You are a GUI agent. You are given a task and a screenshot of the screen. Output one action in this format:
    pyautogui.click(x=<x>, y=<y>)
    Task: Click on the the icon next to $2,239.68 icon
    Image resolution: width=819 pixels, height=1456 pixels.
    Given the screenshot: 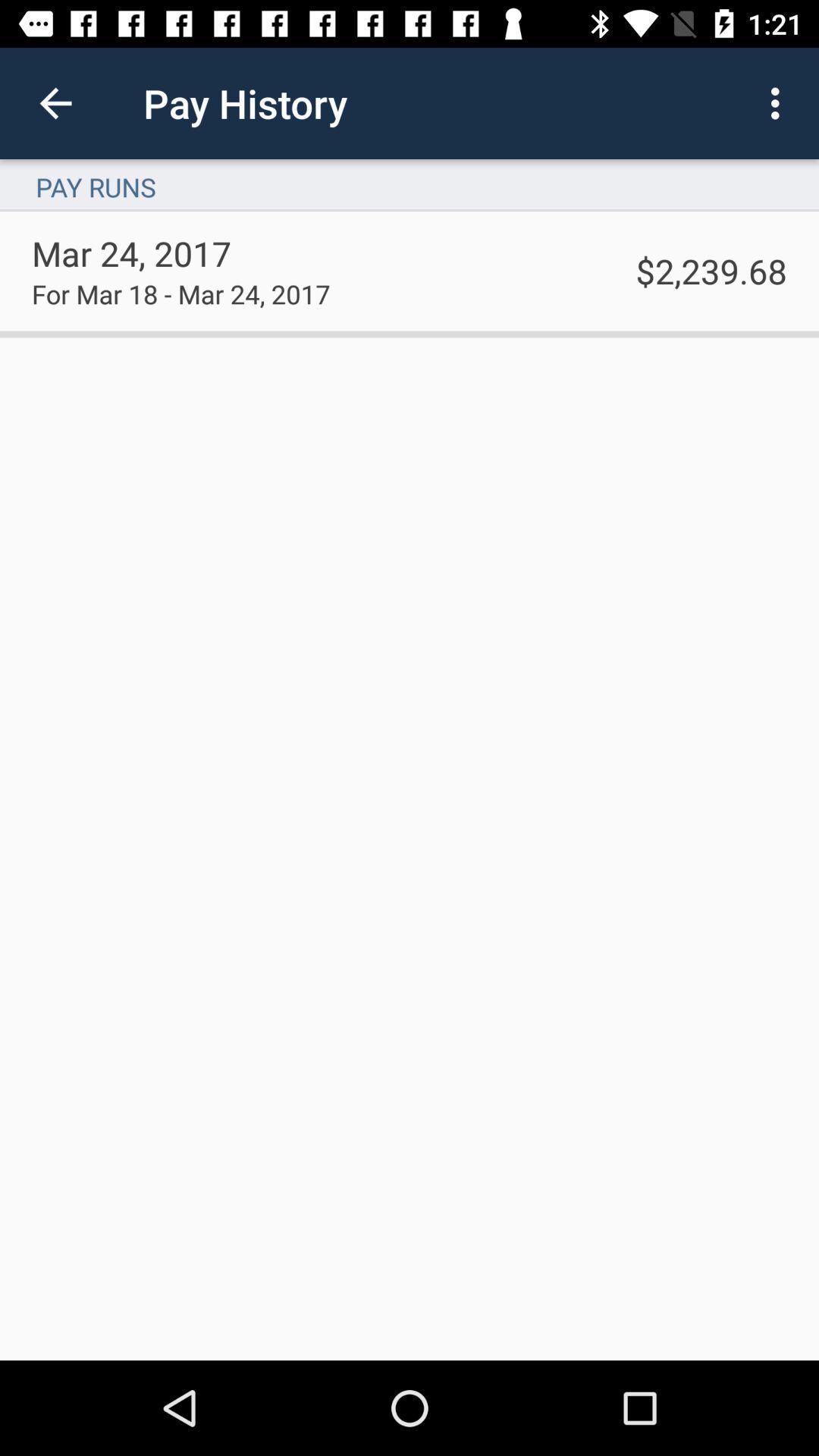 What is the action you would take?
    pyautogui.click(x=180, y=293)
    